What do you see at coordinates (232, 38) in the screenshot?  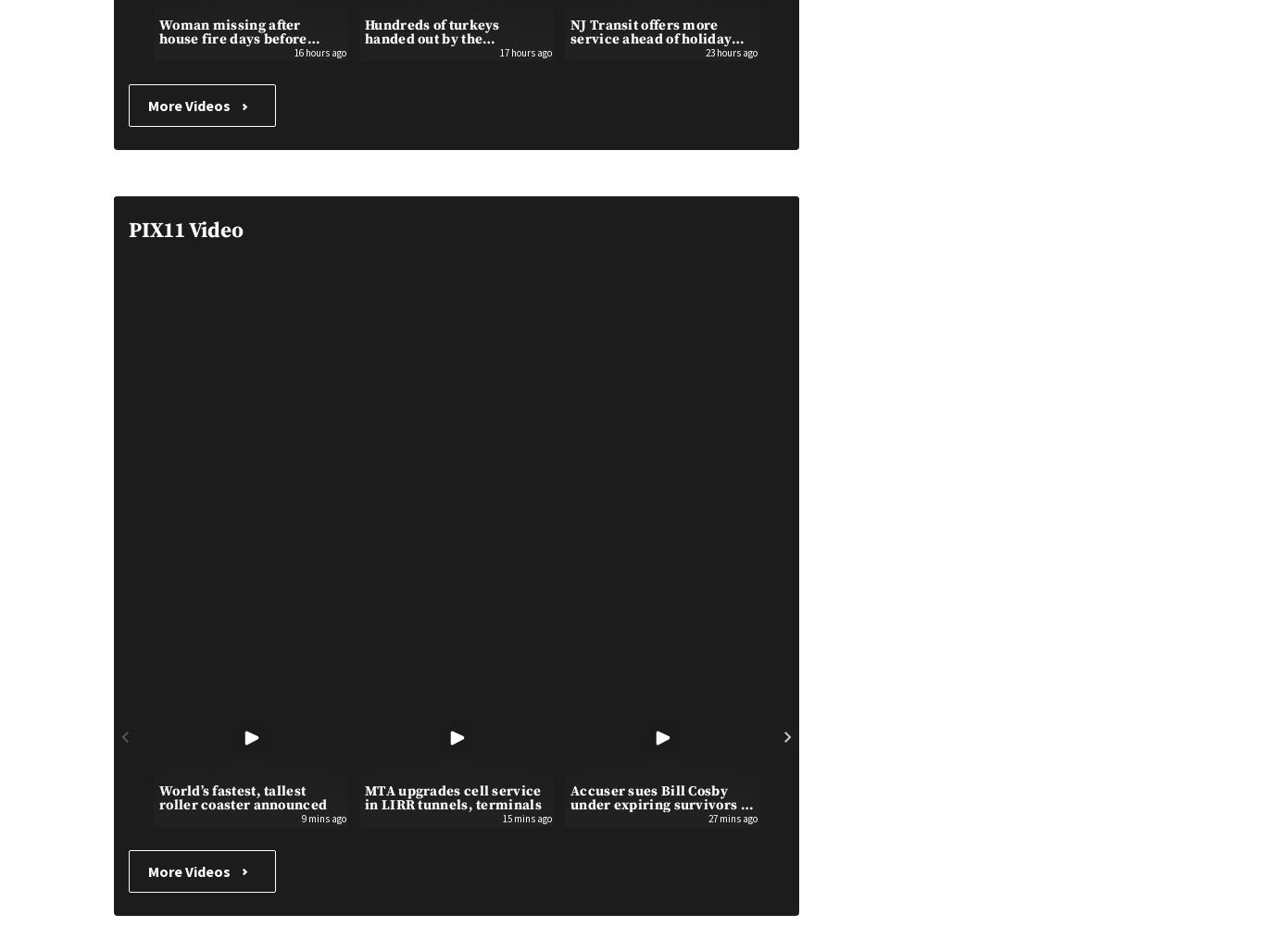 I see `'Woman missing after house fire days before Thanksgiving'` at bounding box center [232, 38].